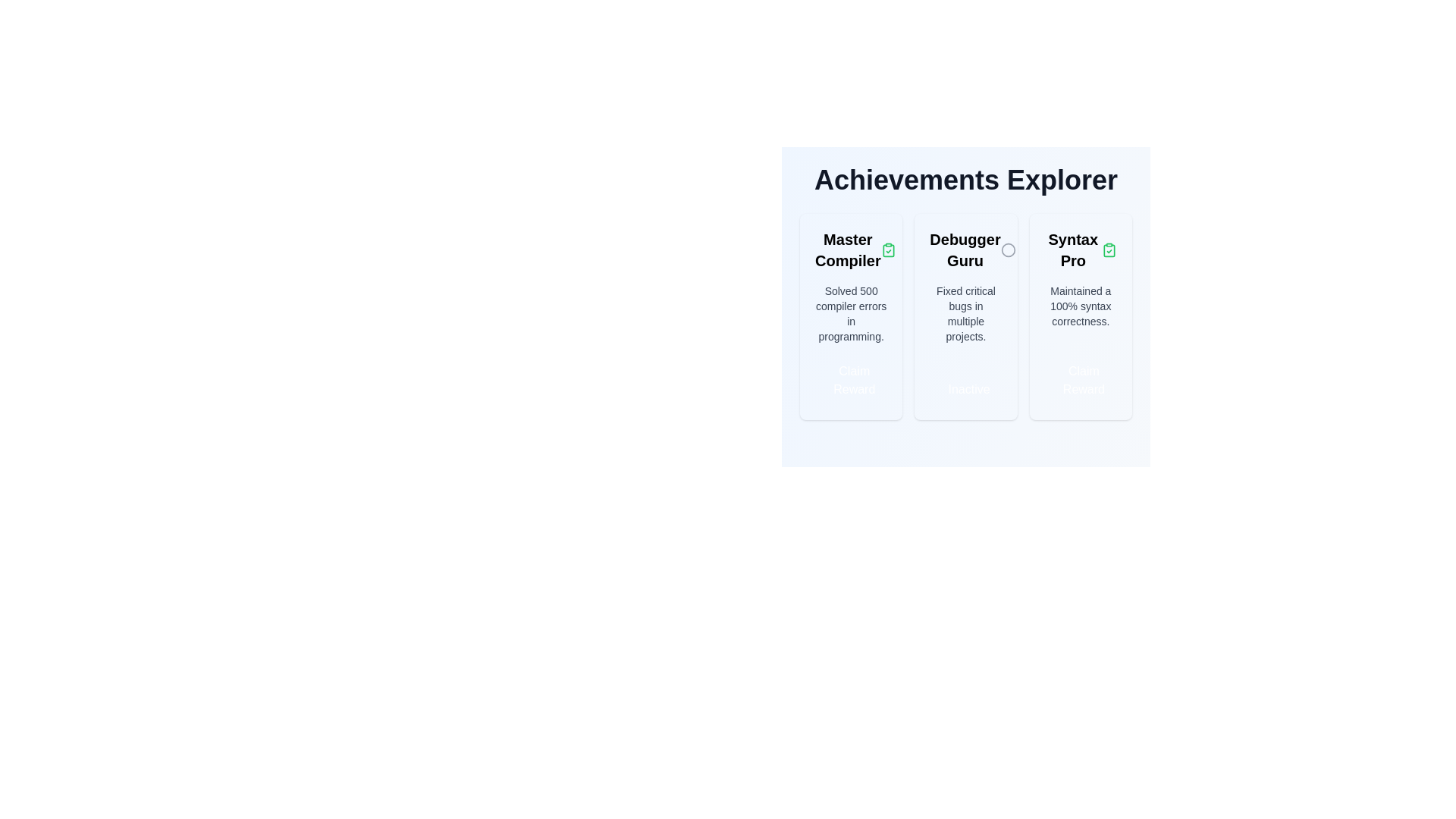  I want to click on the 'Master Compiler' label, which is styled with bold typography and located at the top-left corner of its card, so click(851, 249).